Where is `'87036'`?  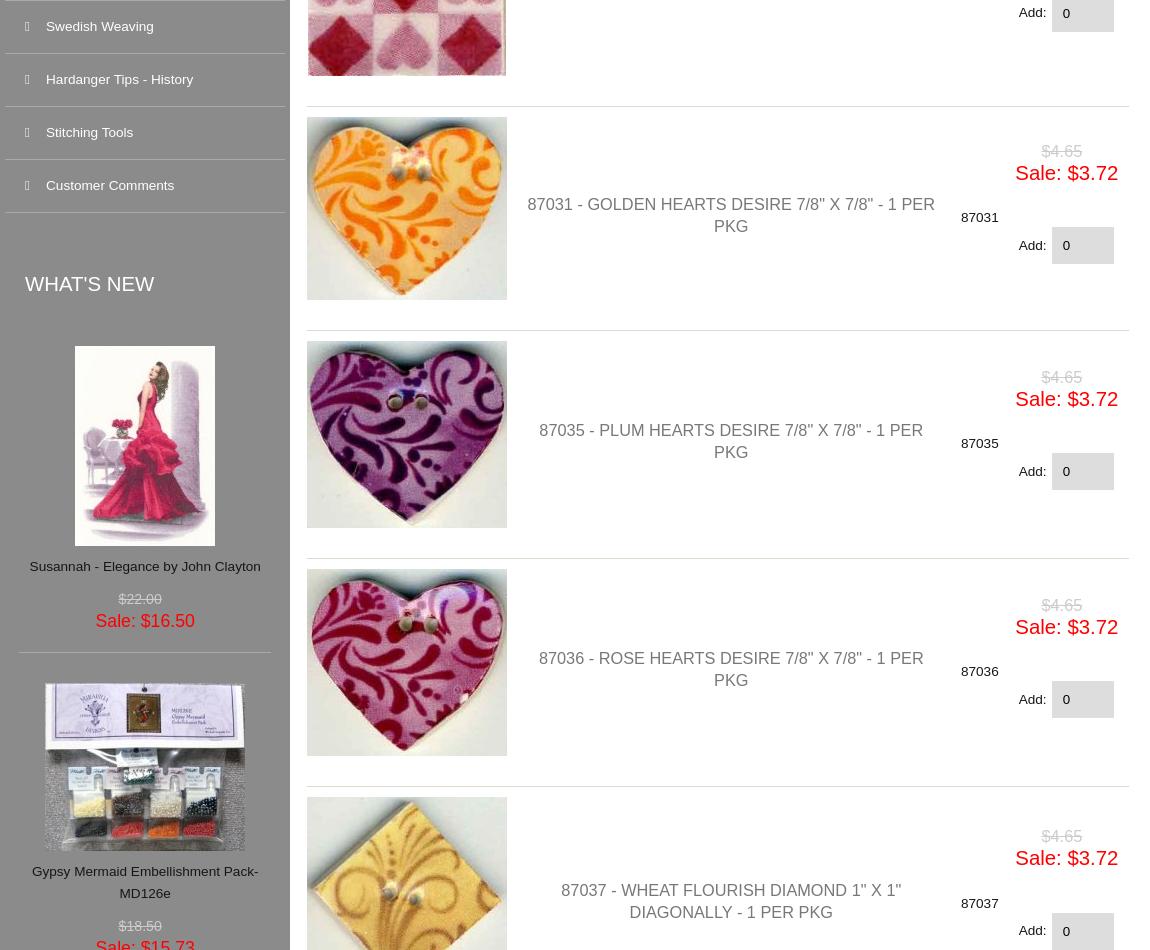
'87036' is located at coordinates (978, 671).